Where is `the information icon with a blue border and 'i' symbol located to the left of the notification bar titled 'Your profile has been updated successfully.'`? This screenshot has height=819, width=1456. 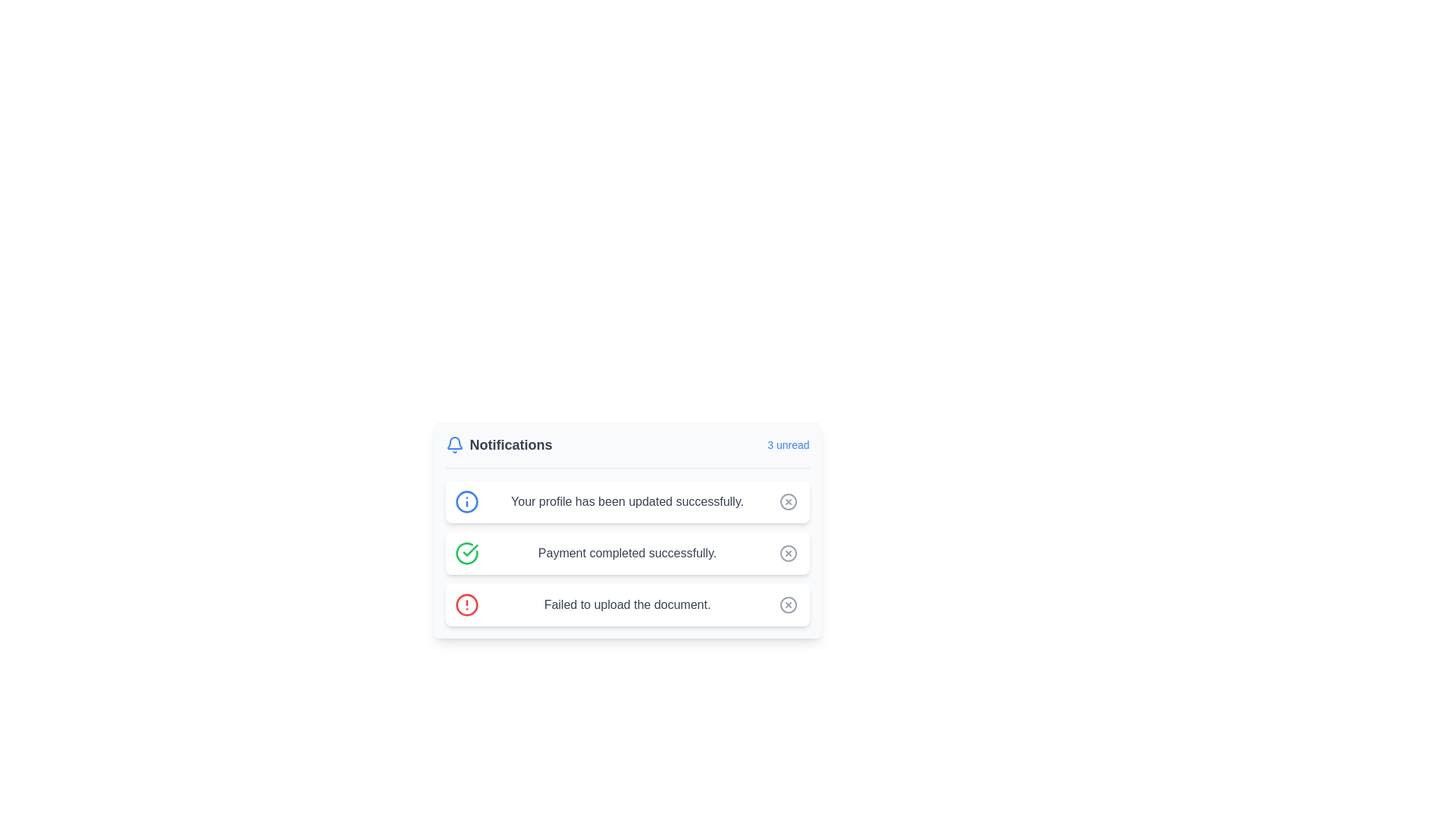 the information icon with a blue border and 'i' symbol located to the left of the notification bar titled 'Your profile has been updated successfully.' is located at coordinates (466, 502).